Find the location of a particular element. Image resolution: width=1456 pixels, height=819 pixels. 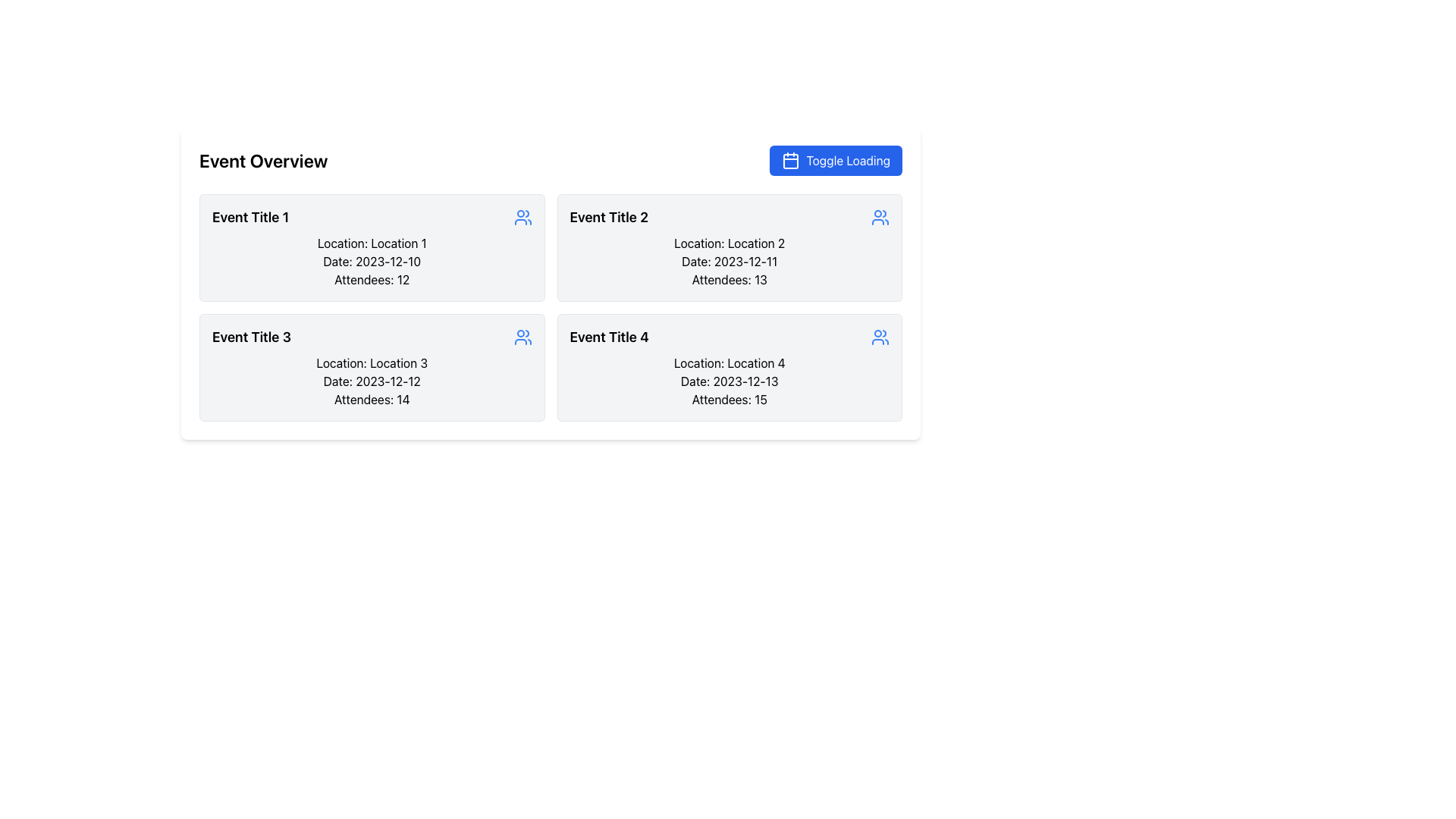

the second information card in the 2x2 grid layout, which displays details for a specific event is located at coordinates (730, 247).